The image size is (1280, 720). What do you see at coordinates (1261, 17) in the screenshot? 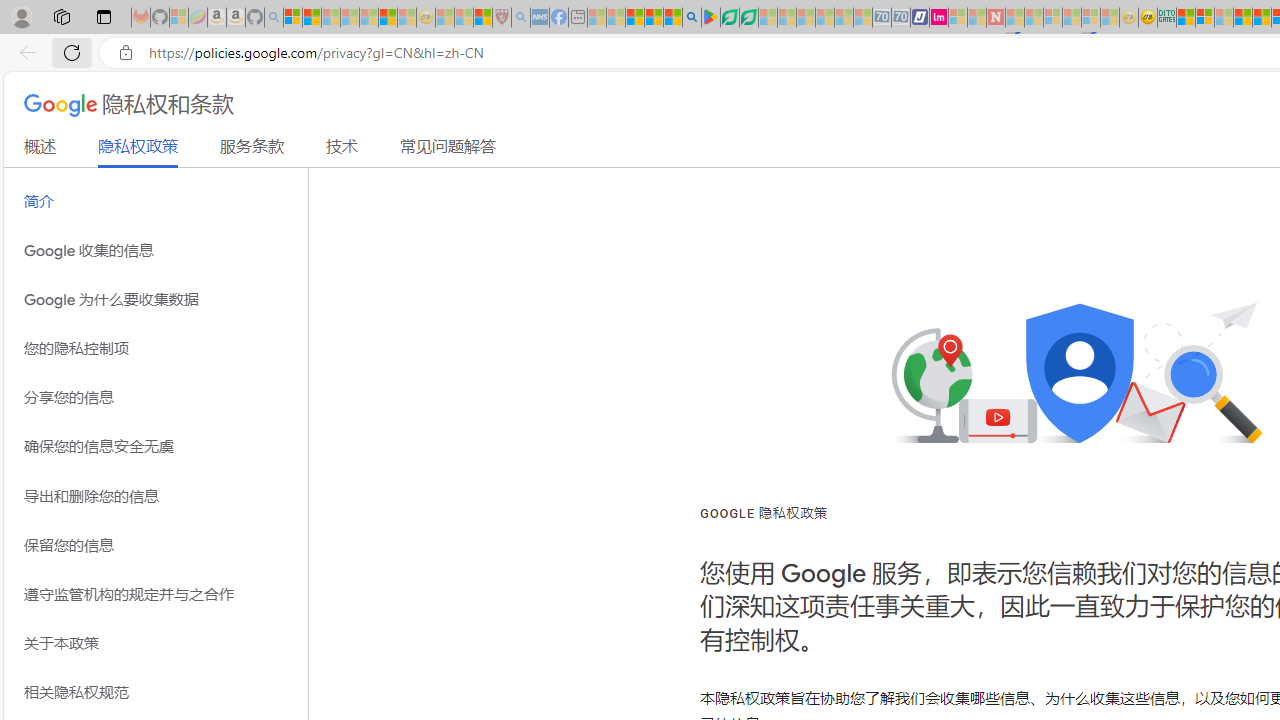
I see `'Kinda Frugal - MSN'` at bounding box center [1261, 17].